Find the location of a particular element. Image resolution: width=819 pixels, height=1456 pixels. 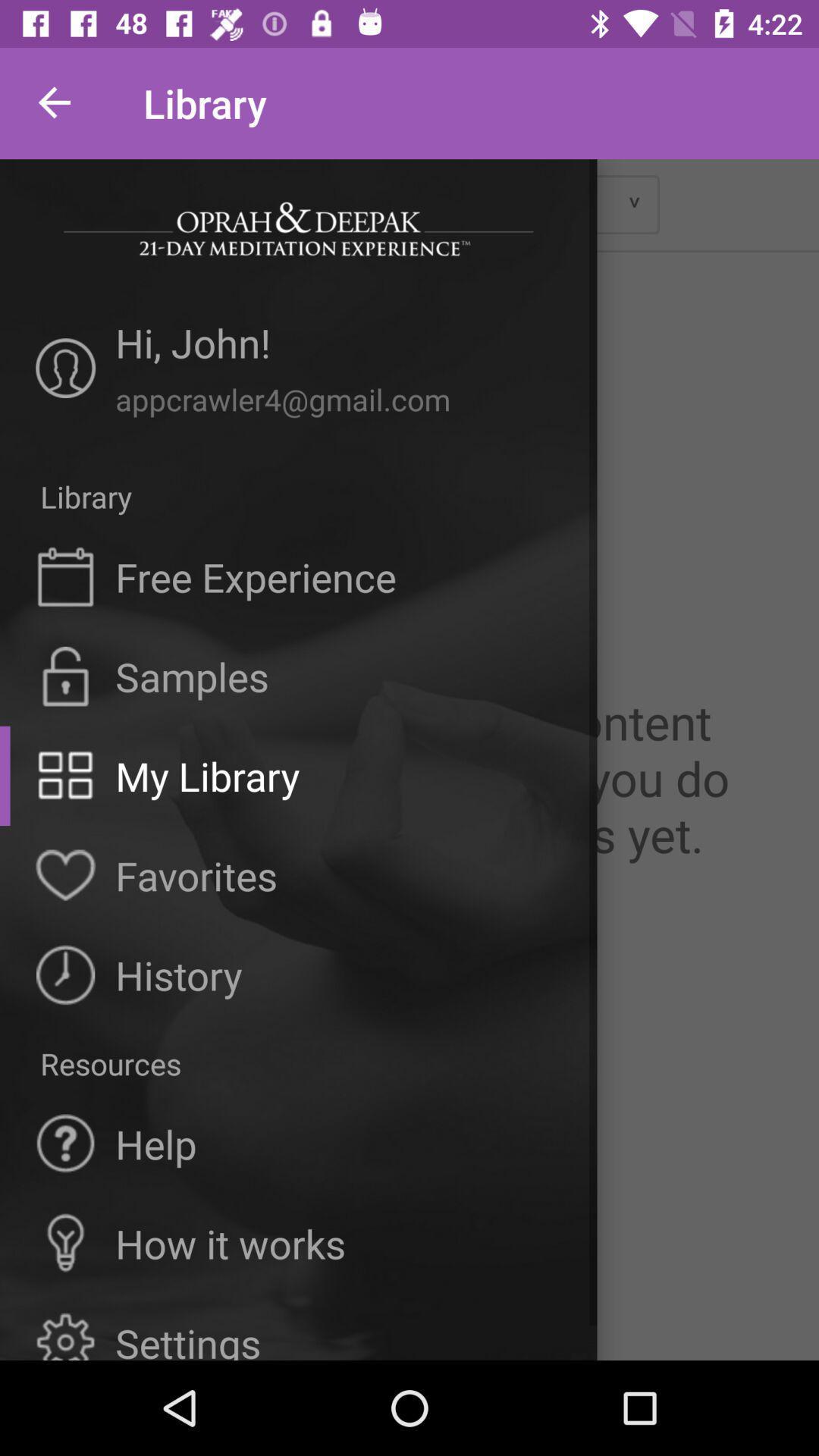

the icon above how it works is located at coordinates (155, 1144).